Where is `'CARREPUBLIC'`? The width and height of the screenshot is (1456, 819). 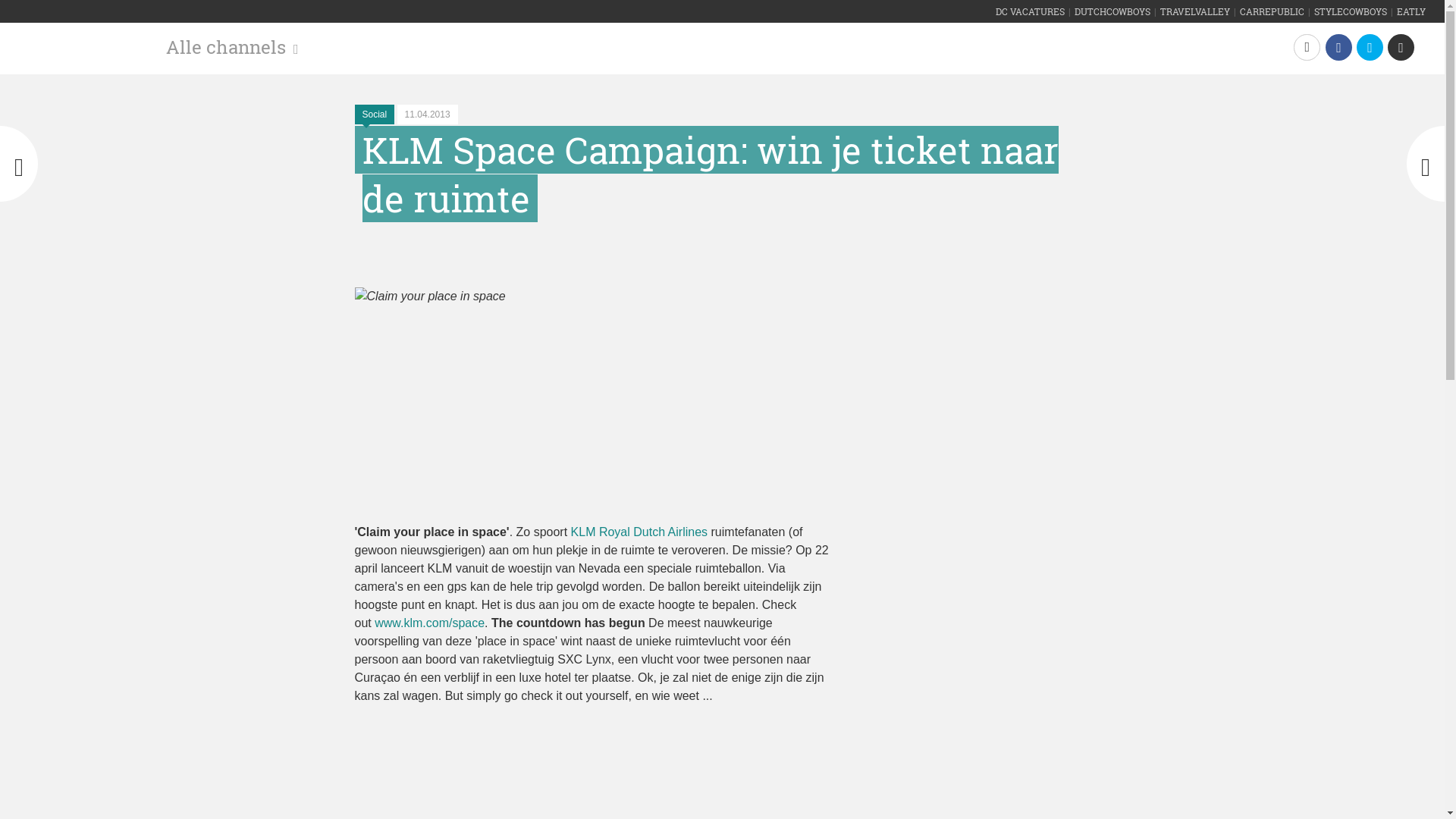
'CARREPUBLIC' is located at coordinates (1272, 11).